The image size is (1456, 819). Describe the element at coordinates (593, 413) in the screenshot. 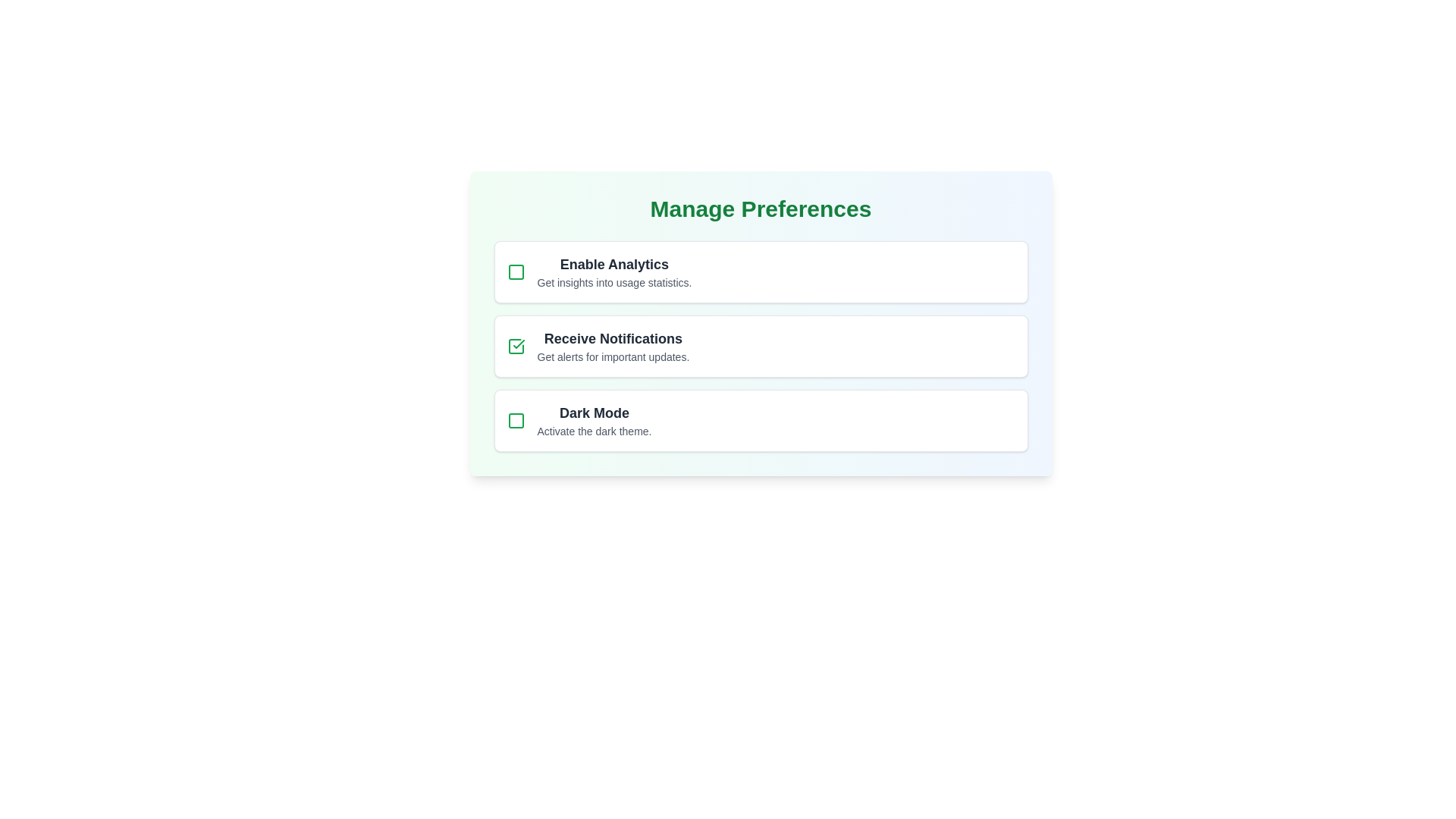

I see `the label element that serves as a title for the third option in the vertical preference list, positioned above the text 'Activate the dark theme.' and to the right of an empty checkbox` at that location.